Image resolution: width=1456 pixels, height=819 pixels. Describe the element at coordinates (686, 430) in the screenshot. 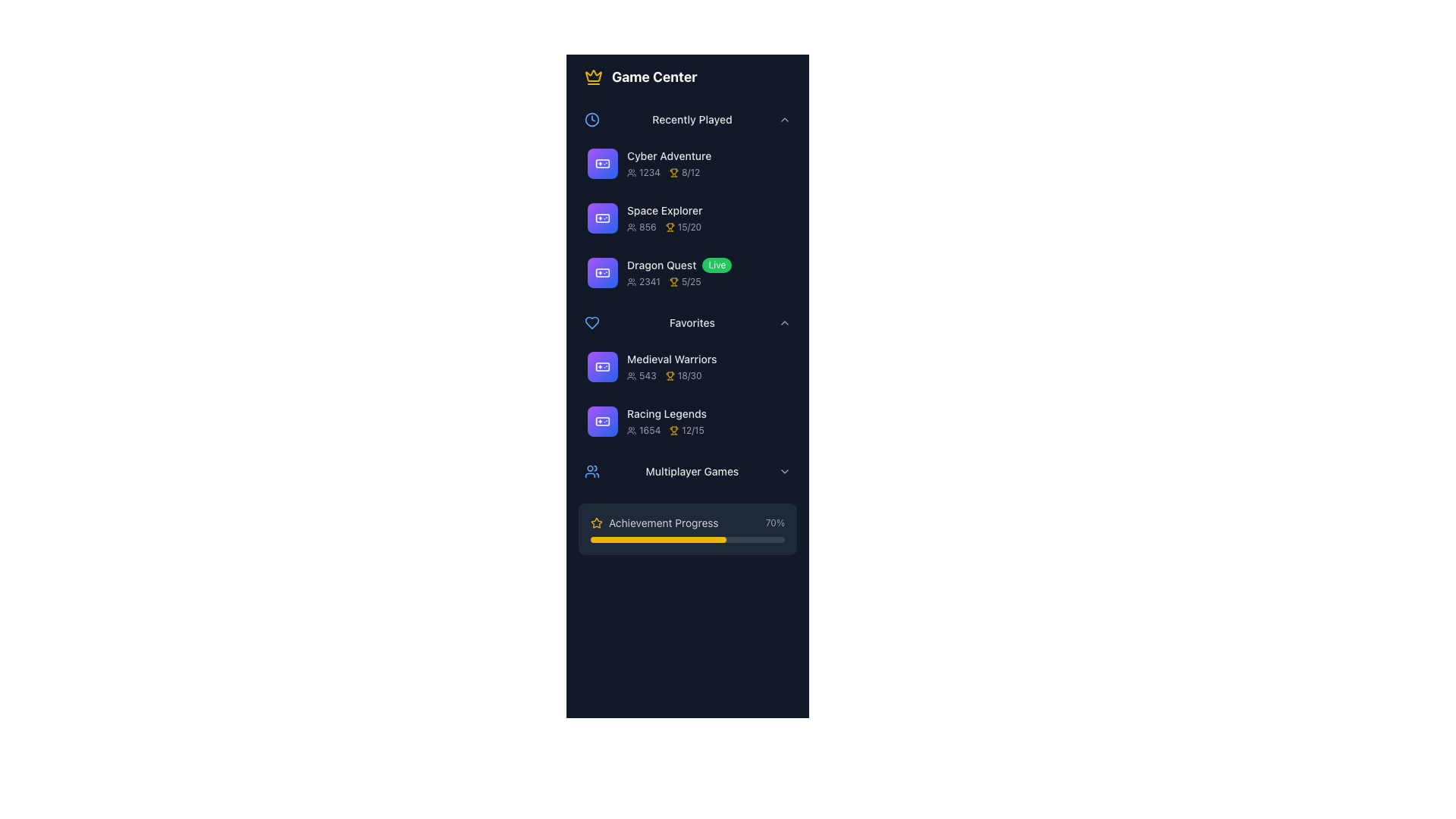

I see `the informational display showing the progress of achievements for the 'Racing Legends' game` at that location.